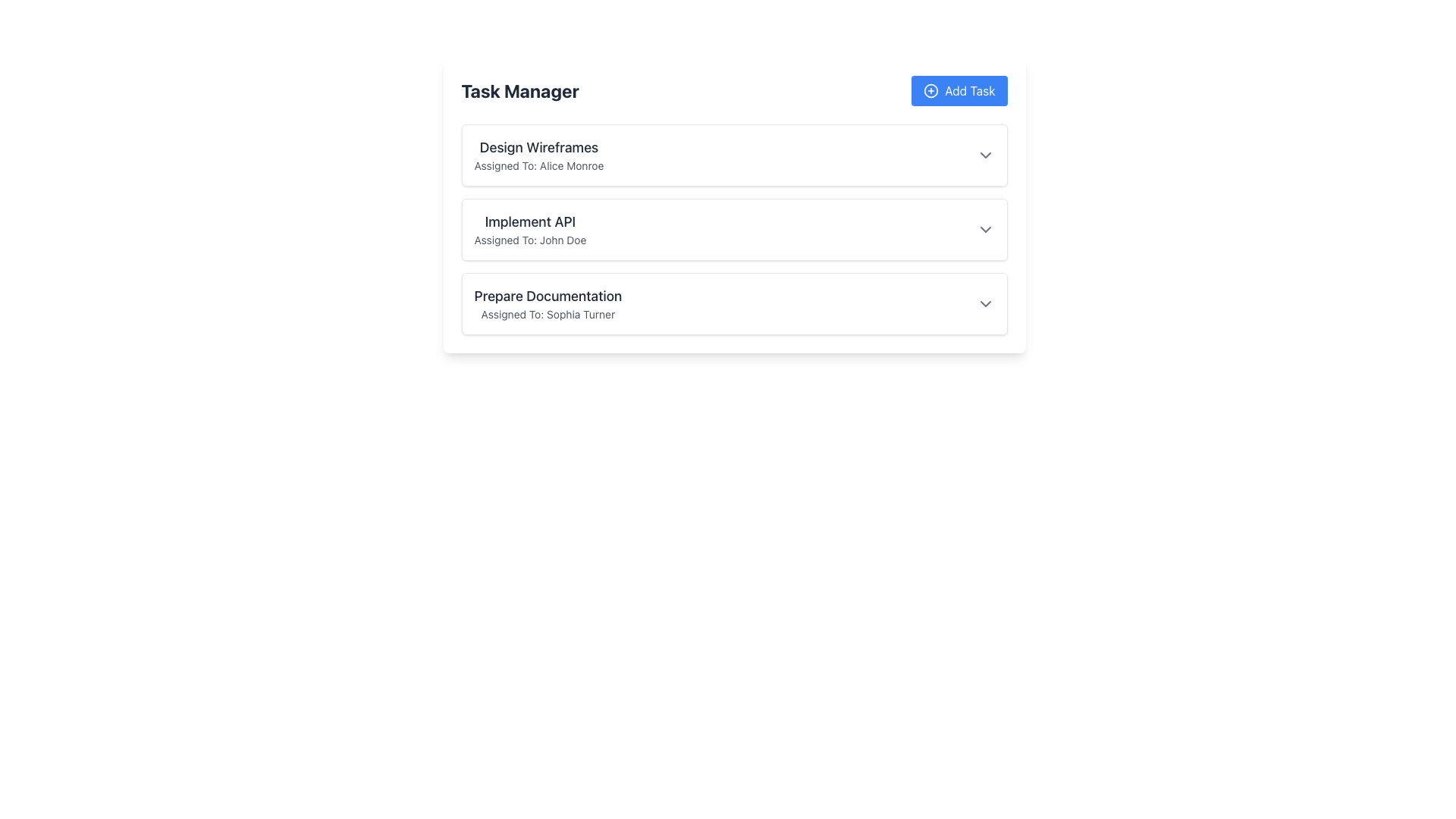  Describe the element at coordinates (959, 90) in the screenshot. I see `the 'Add New Task' button located in the right segment of the horizontal bar at the top of the interface, adjacent to the 'Task Manager' title` at that location.